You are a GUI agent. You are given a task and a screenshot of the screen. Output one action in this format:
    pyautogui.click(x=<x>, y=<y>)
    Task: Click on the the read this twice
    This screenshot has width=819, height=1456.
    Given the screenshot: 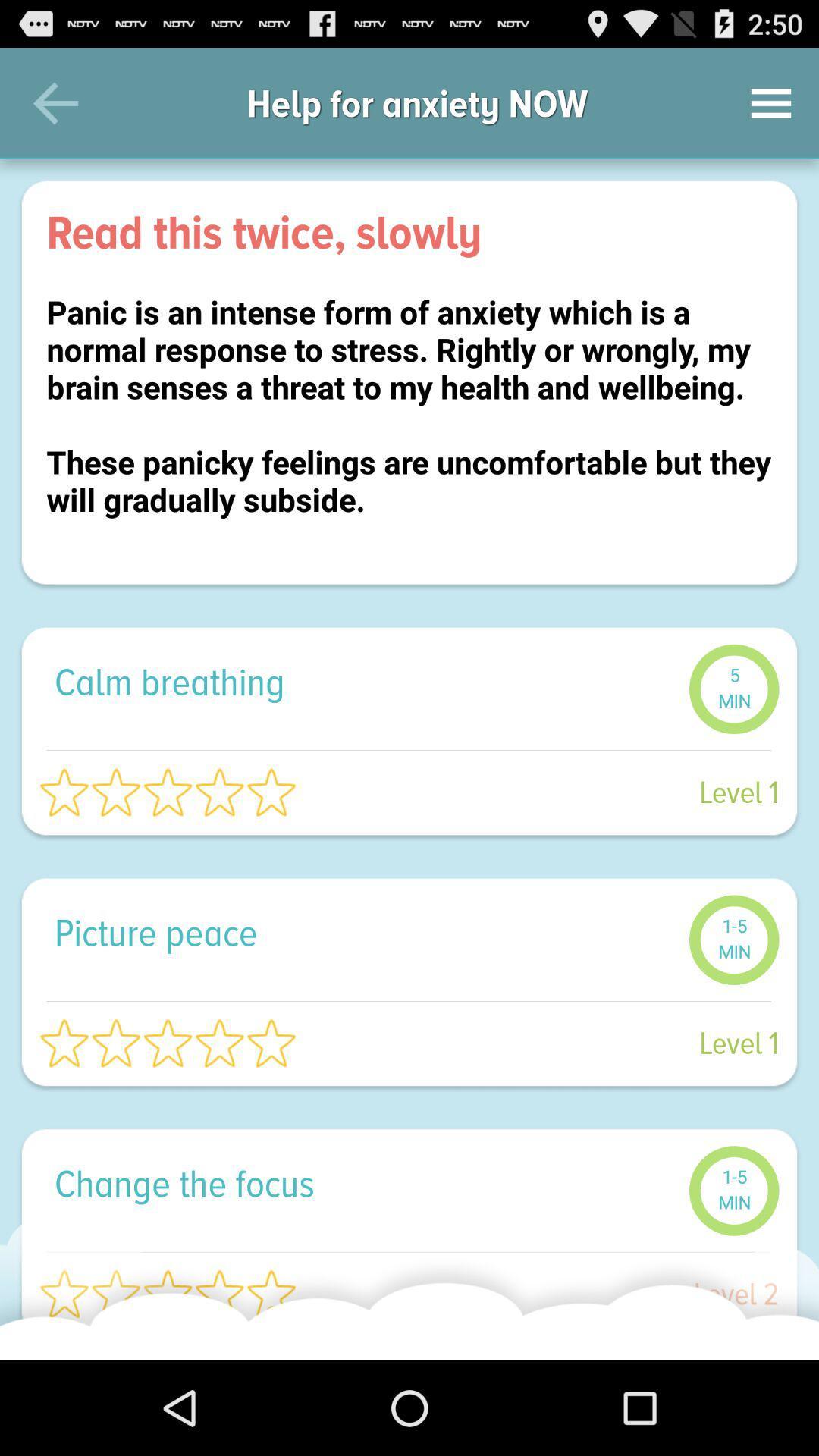 What is the action you would take?
    pyautogui.click(x=409, y=231)
    